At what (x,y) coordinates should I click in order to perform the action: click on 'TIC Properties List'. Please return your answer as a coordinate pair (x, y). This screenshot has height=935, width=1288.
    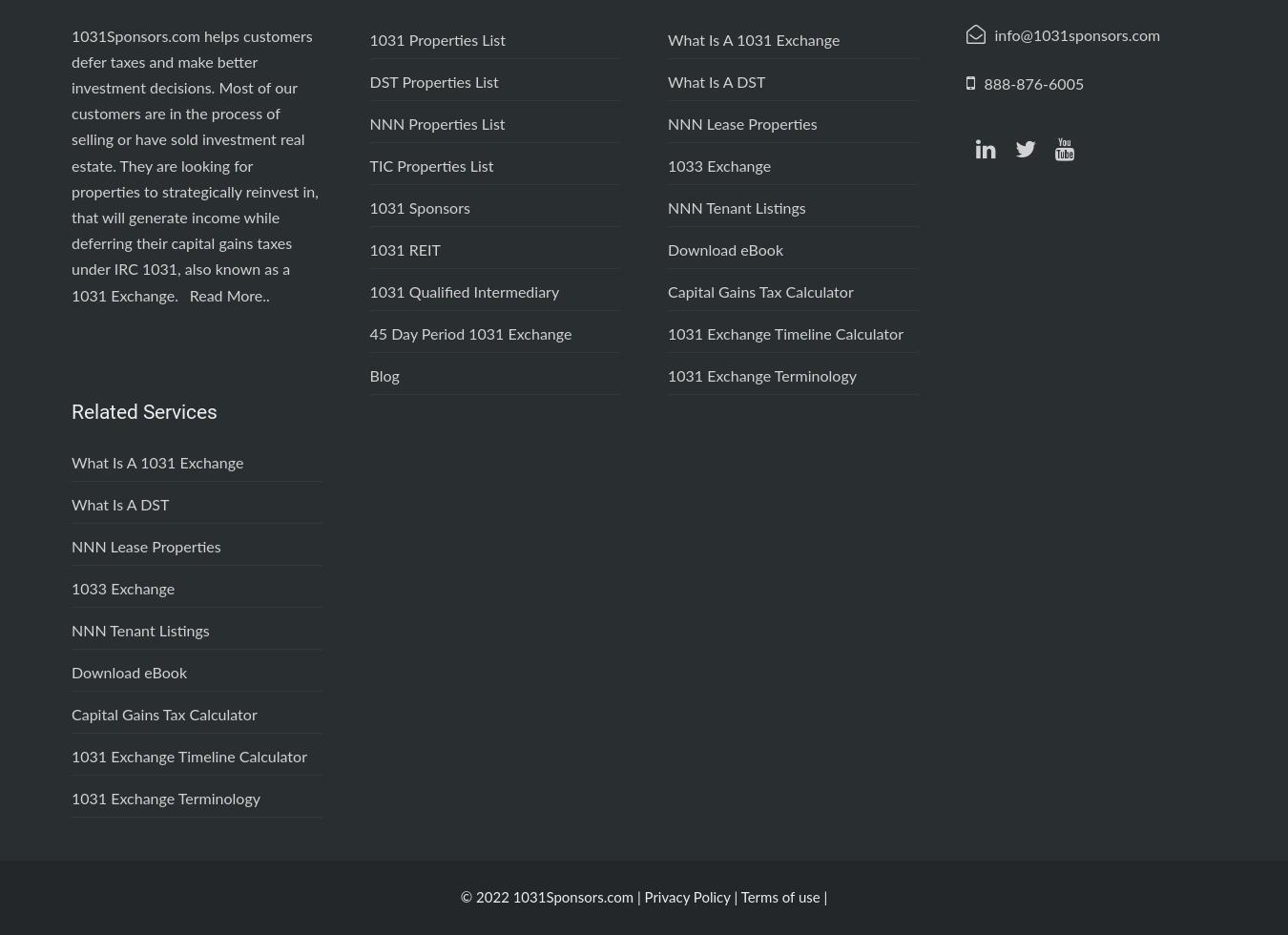
    Looking at the image, I should click on (429, 166).